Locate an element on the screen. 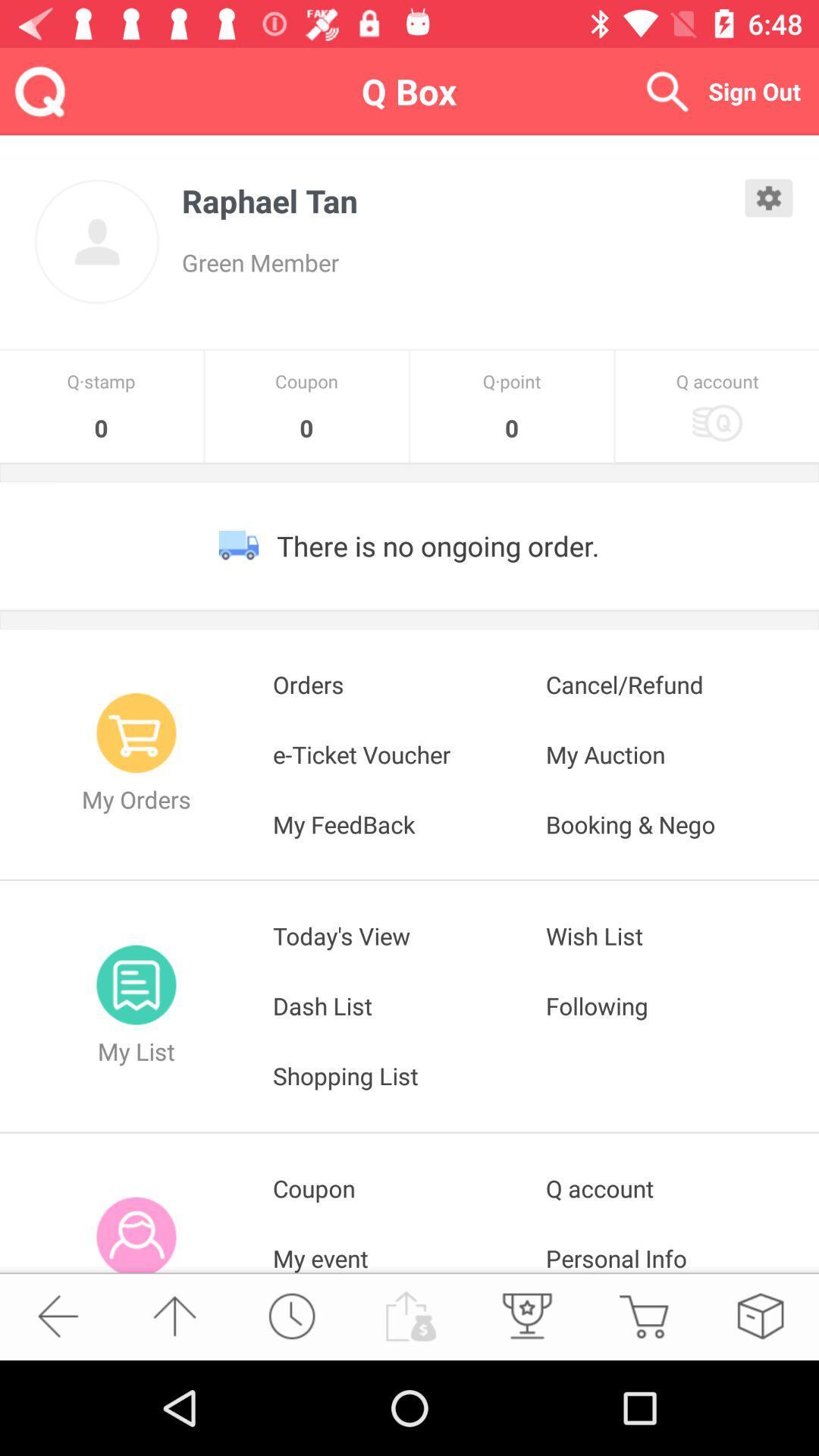 The width and height of the screenshot is (819, 1456). icon next to the cancel/refund is located at coordinates (409, 754).